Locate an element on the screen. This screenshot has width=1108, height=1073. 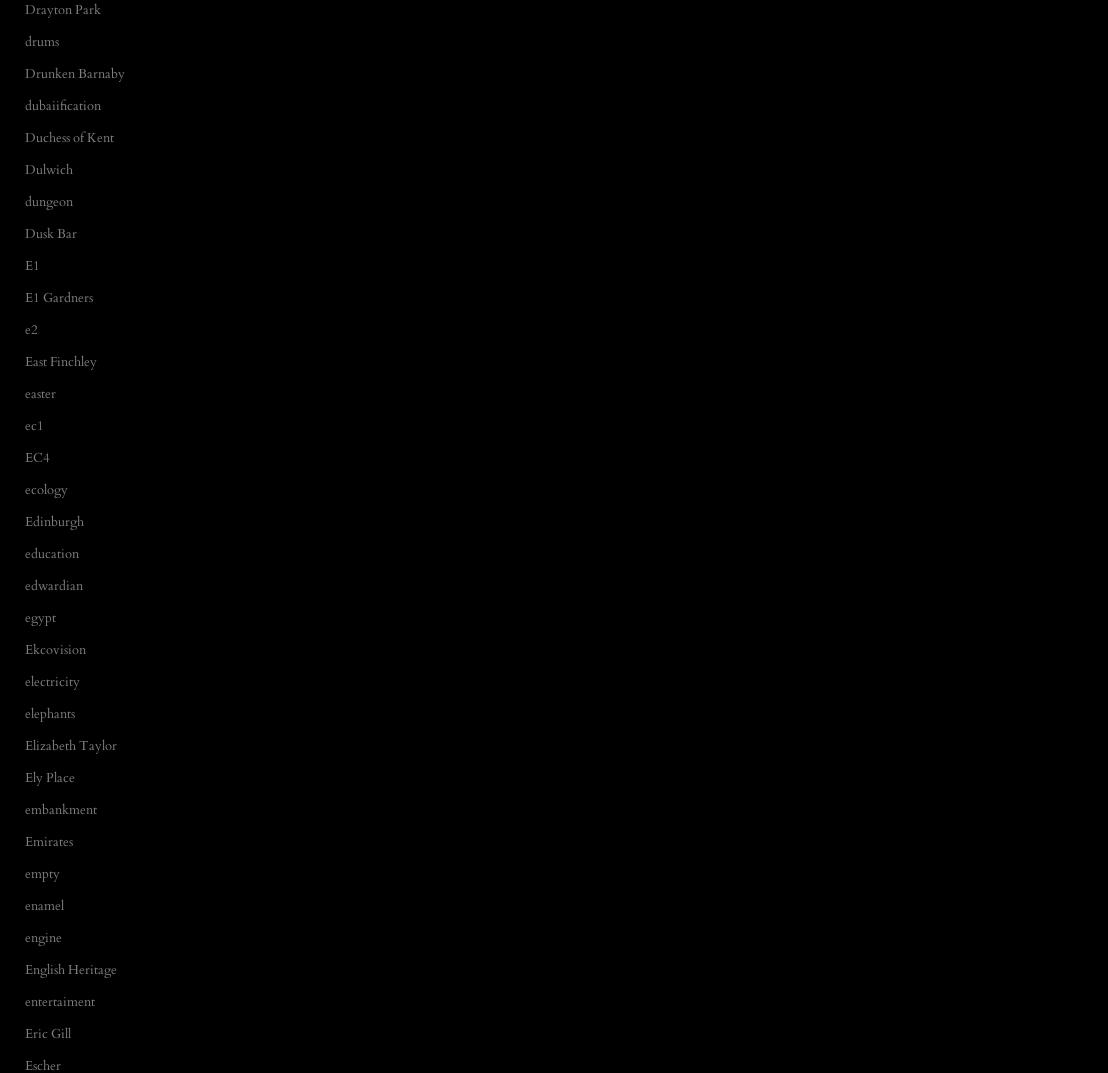
'egypt' is located at coordinates (25, 615).